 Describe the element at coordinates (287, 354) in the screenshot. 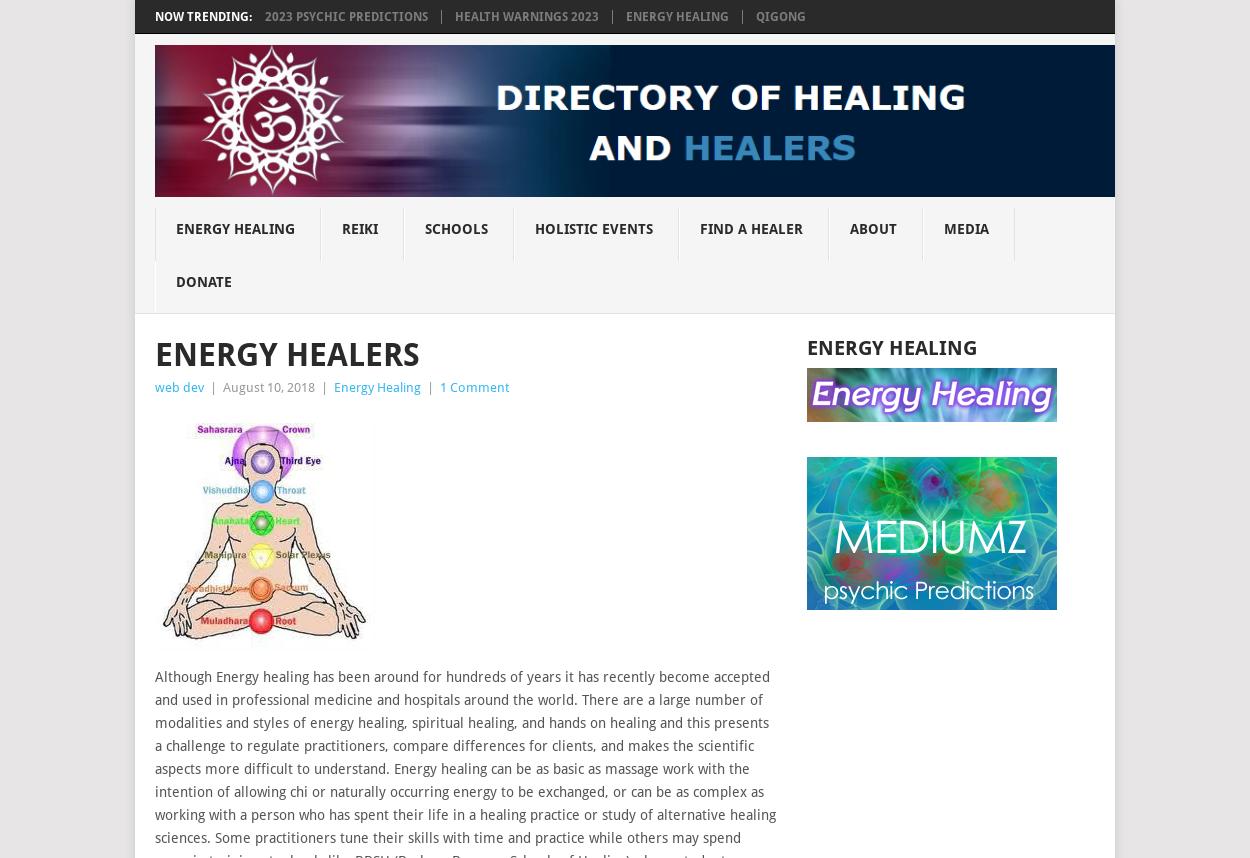

I see `'Energy Healers'` at that location.